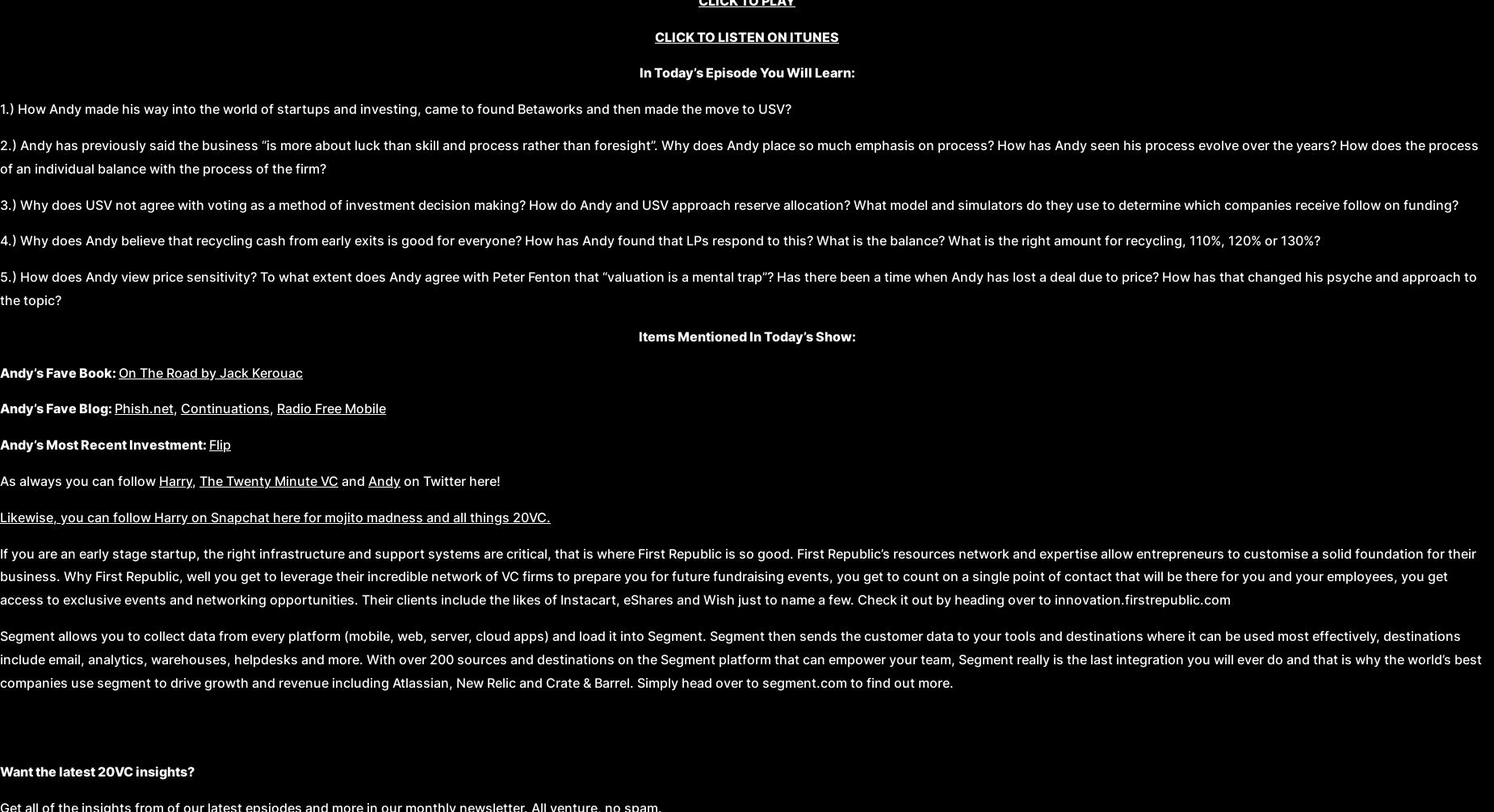  Describe the element at coordinates (728, 203) in the screenshot. I see `'3.) Why does USV not agree with voting as a method of investment decision making? How do Andy and USV approach reserve allocation? What model and simulators do they use to determine which companies receive follow on funding?'` at that location.